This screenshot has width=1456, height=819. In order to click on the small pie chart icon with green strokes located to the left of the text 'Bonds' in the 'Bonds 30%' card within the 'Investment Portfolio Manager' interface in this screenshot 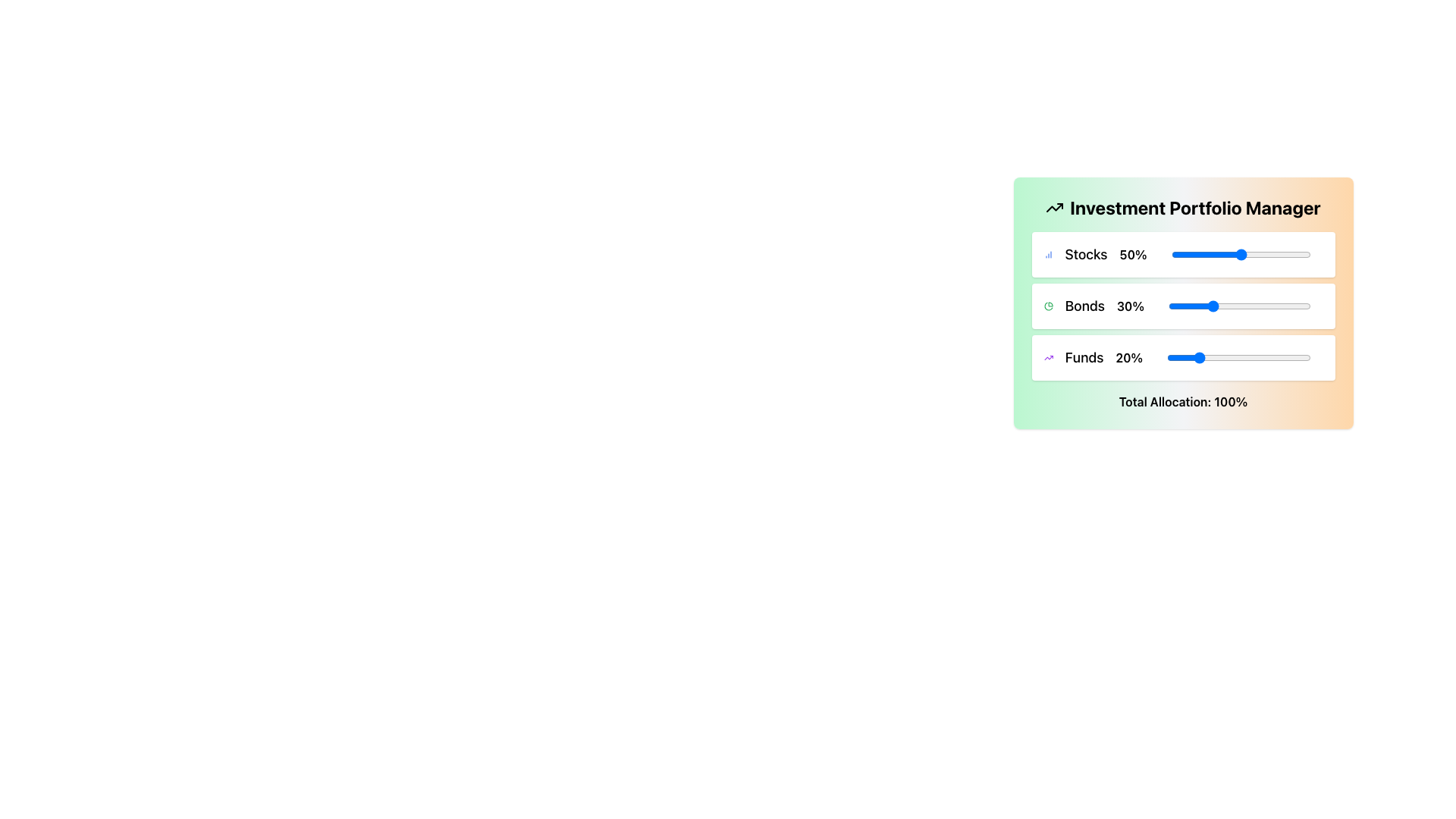, I will do `click(1047, 306)`.